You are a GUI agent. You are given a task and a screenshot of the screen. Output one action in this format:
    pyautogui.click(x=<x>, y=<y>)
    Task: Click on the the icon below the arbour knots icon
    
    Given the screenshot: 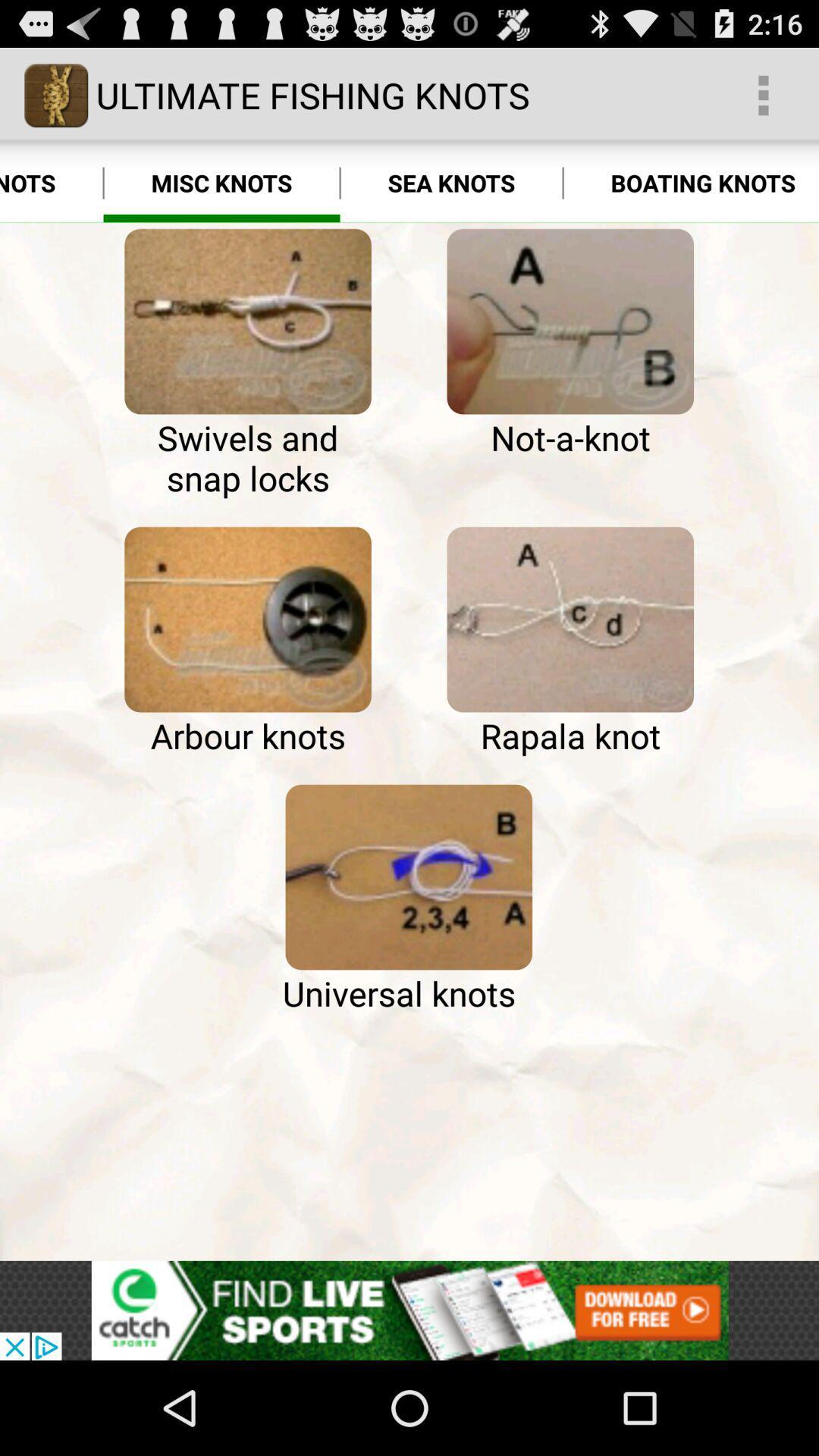 What is the action you would take?
    pyautogui.click(x=408, y=877)
    